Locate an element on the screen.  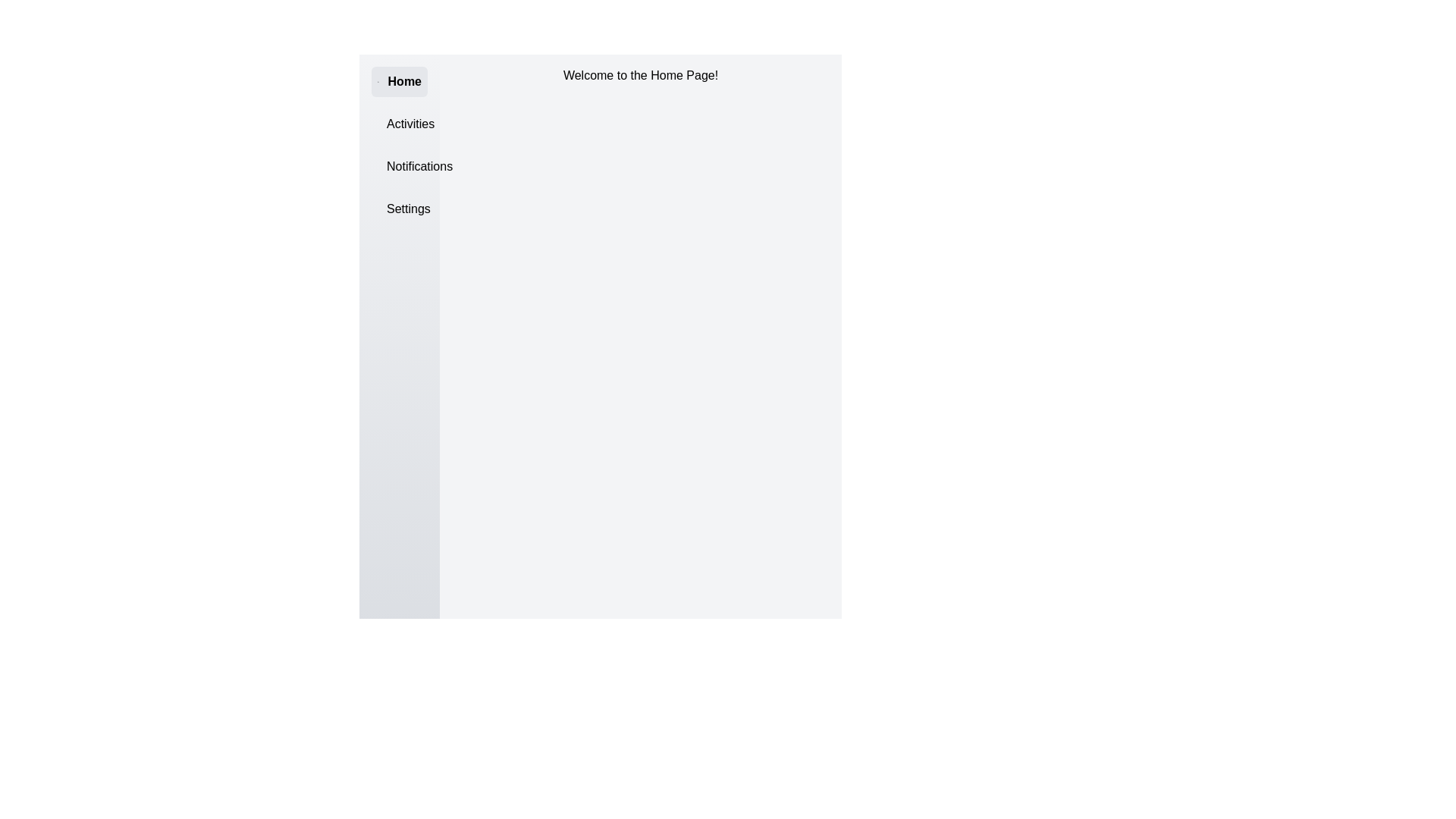
the 'Home' button with a light gray background and rounded corners is located at coordinates (400, 82).